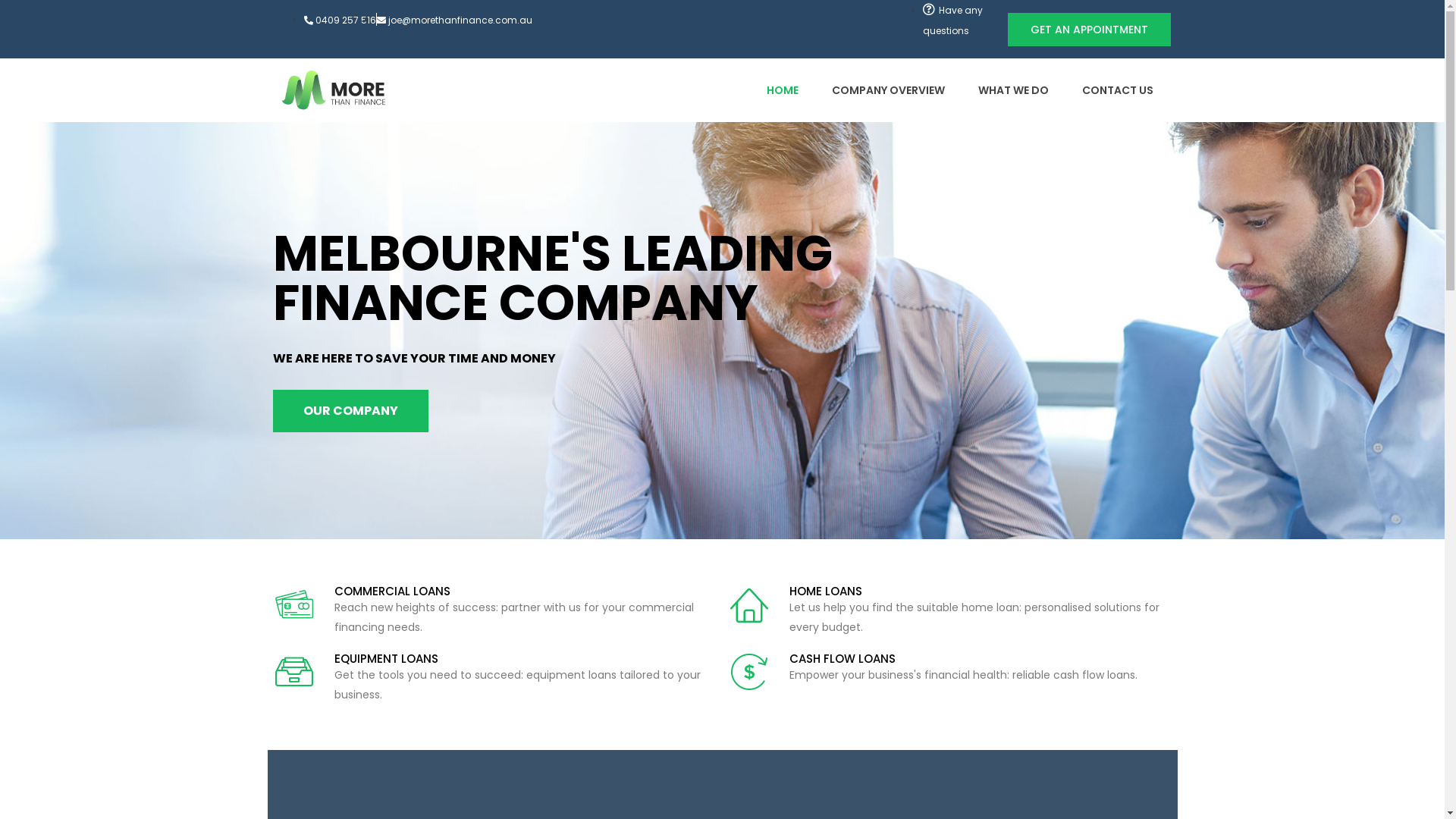 The width and height of the screenshot is (1456, 819). Describe the element at coordinates (338, 20) in the screenshot. I see `'0409 257 516'` at that location.